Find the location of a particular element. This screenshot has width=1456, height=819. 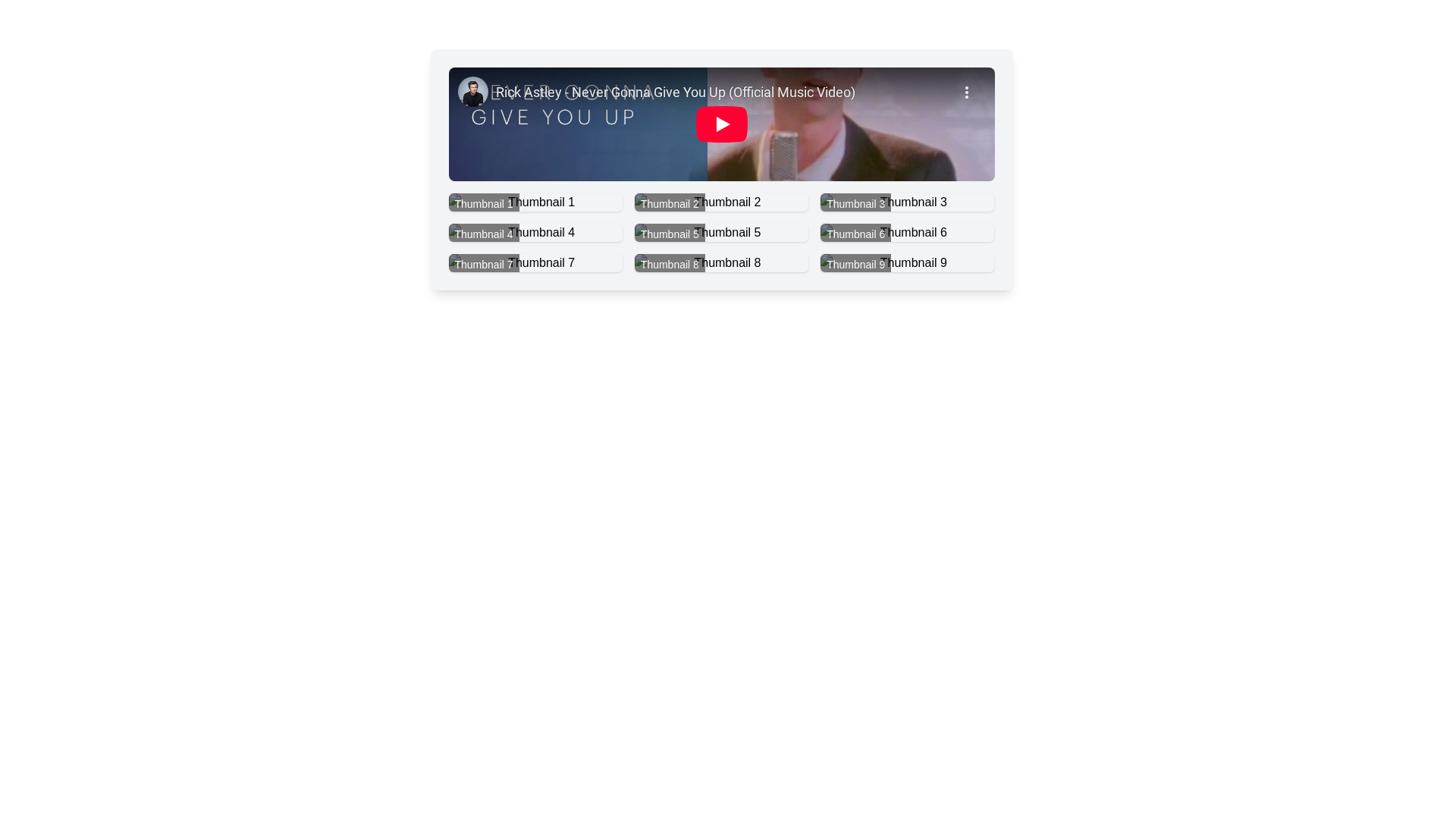

the interactive thumbnail preview labeled 'Thumbnail 4' located in the middle row, first column of the grid is located at coordinates (535, 233).